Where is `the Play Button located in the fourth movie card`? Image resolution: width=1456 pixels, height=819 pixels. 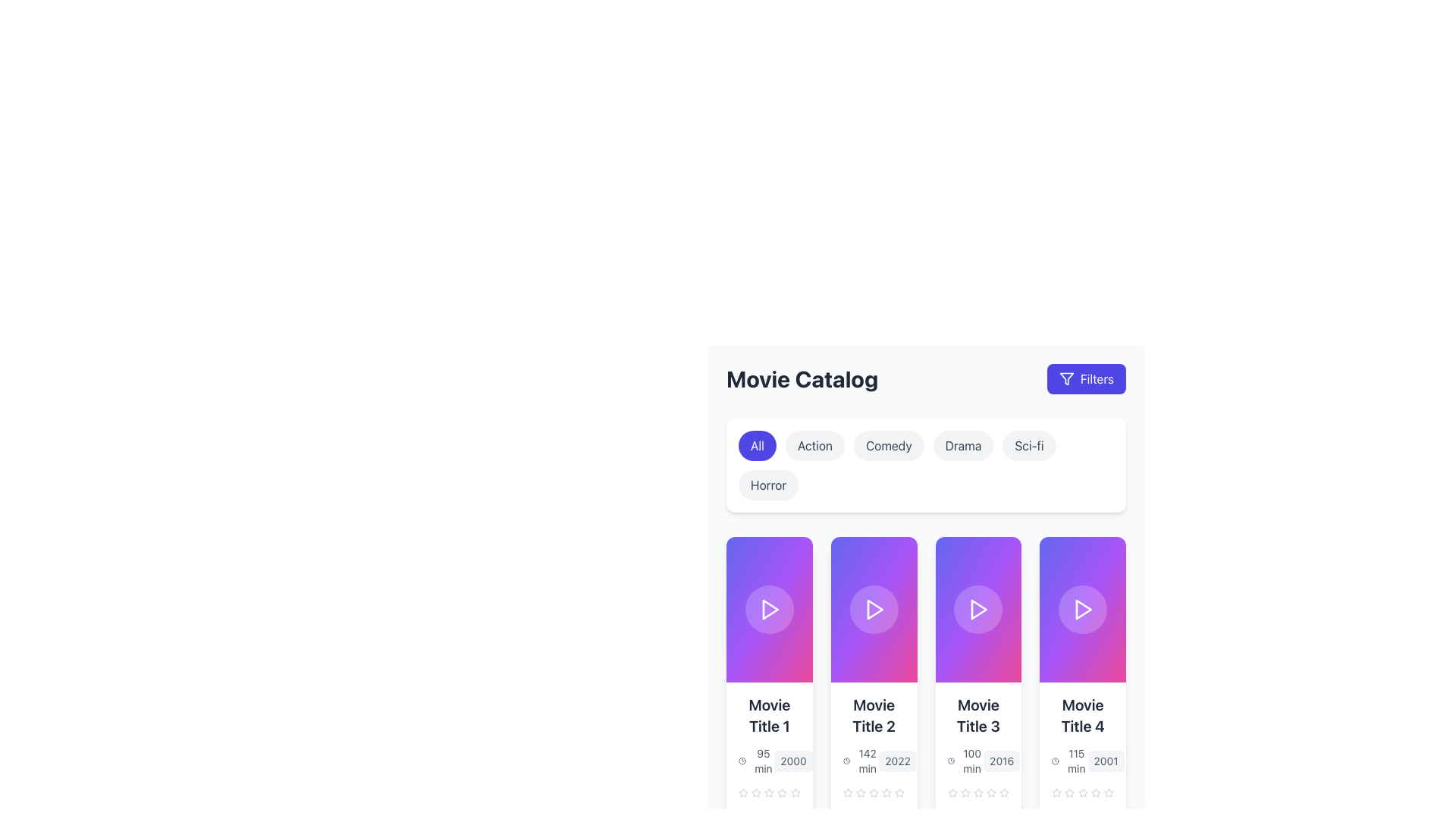 the Play Button located in the fourth movie card is located at coordinates (1083, 608).